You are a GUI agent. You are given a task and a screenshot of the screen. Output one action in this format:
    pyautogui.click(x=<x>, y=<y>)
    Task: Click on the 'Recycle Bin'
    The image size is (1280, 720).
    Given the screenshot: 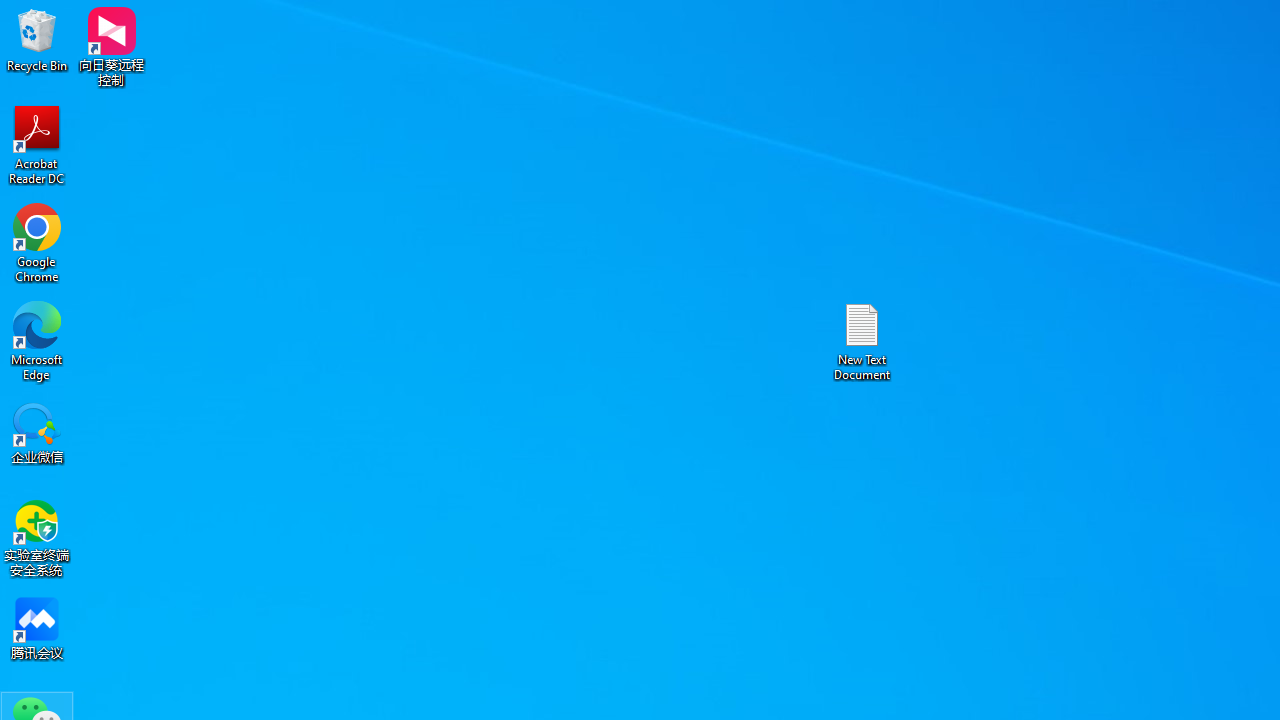 What is the action you would take?
    pyautogui.click(x=37, y=39)
    